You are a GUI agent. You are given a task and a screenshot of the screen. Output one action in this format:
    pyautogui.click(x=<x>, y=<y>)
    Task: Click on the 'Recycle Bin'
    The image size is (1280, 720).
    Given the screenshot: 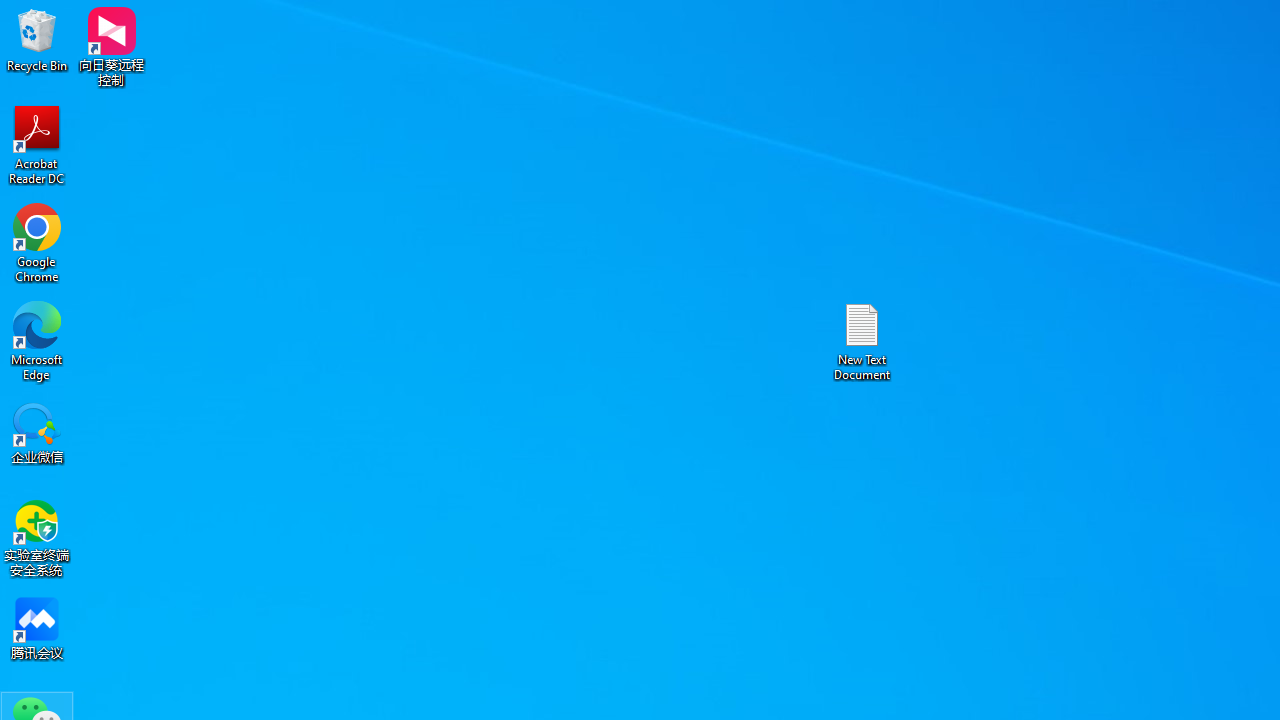 What is the action you would take?
    pyautogui.click(x=37, y=39)
    